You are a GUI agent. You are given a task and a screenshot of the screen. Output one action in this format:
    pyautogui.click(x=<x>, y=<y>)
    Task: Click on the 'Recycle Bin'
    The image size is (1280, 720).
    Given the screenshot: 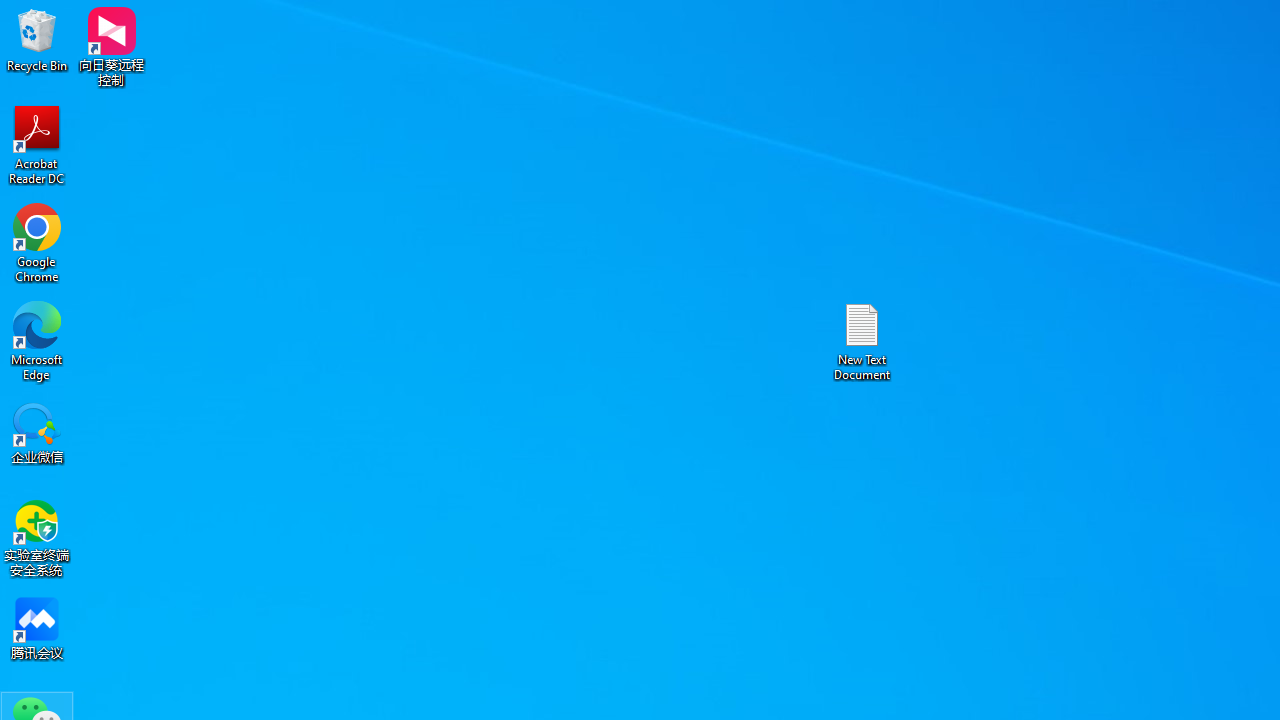 What is the action you would take?
    pyautogui.click(x=37, y=39)
    